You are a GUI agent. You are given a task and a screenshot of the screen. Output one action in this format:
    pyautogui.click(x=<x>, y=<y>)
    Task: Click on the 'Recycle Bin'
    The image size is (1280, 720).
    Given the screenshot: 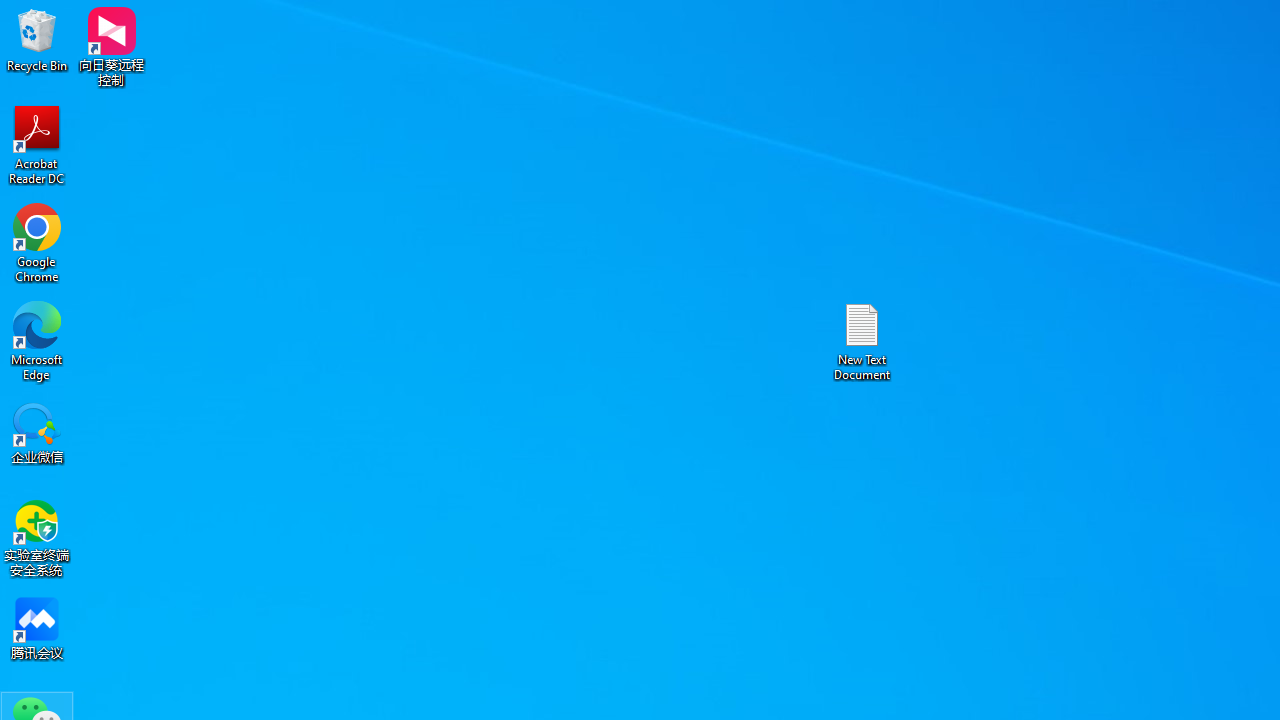 What is the action you would take?
    pyautogui.click(x=37, y=39)
    